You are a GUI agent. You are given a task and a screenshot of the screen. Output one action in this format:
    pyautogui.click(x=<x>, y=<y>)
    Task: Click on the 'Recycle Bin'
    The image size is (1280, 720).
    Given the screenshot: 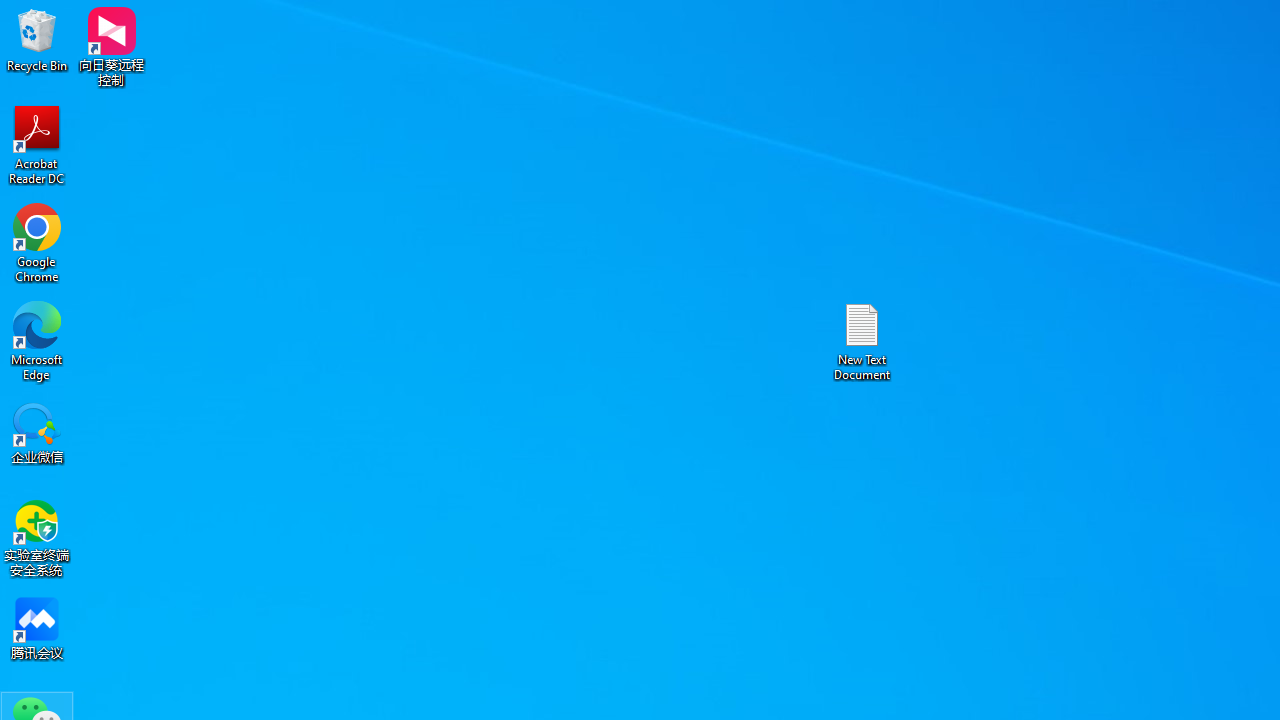 What is the action you would take?
    pyautogui.click(x=37, y=39)
    